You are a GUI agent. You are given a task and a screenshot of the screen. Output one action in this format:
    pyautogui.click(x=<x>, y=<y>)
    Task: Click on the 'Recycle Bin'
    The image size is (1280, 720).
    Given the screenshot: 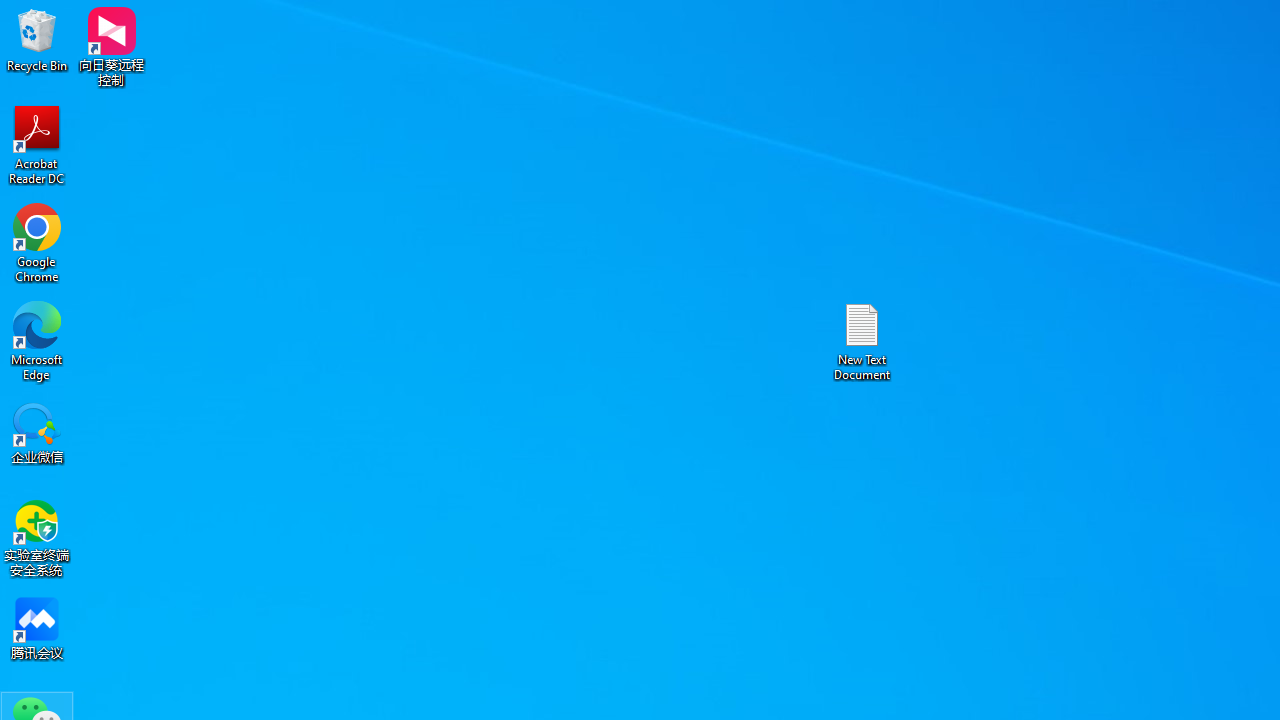 What is the action you would take?
    pyautogui.click(x=37, y=39)
    